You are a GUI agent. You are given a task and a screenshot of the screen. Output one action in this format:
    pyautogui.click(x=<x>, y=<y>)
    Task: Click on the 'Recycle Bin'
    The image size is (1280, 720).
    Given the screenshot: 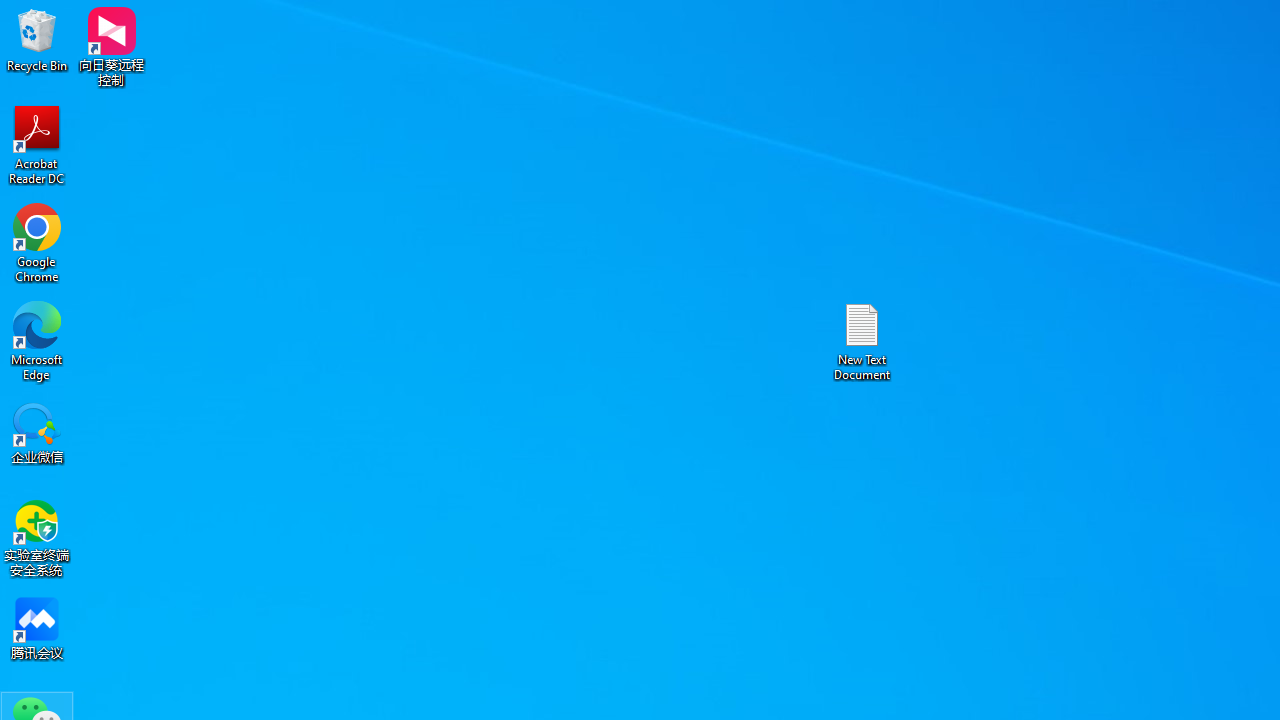 What is the action you would take?
    pyautogui.click(x=37, y=39)
    